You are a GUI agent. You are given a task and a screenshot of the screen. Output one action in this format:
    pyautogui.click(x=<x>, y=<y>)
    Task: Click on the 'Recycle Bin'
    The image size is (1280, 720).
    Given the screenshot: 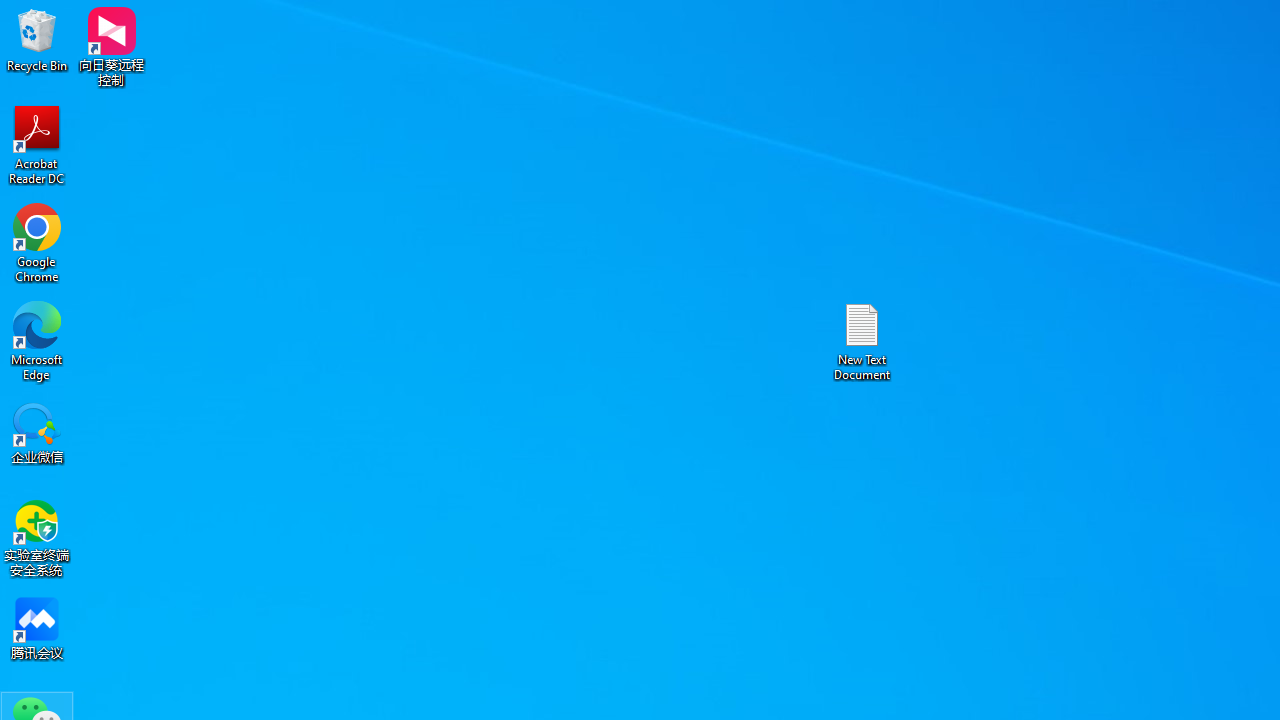 What is the action you would take?
    pyautogui.click(x=37, y=39)
    